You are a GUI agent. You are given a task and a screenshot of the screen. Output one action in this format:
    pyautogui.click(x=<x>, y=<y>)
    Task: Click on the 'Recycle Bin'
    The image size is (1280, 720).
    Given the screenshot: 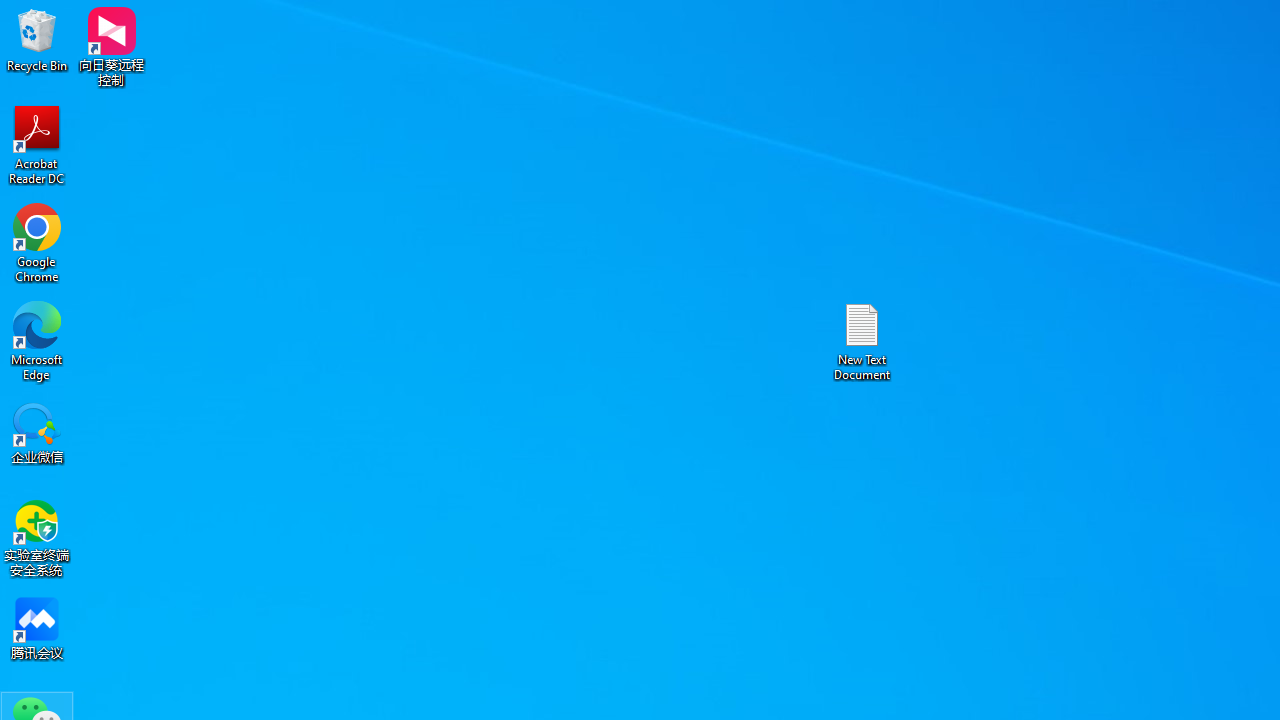 What is the action you would take?
    pyautogui.click(x=37, y=39)
    